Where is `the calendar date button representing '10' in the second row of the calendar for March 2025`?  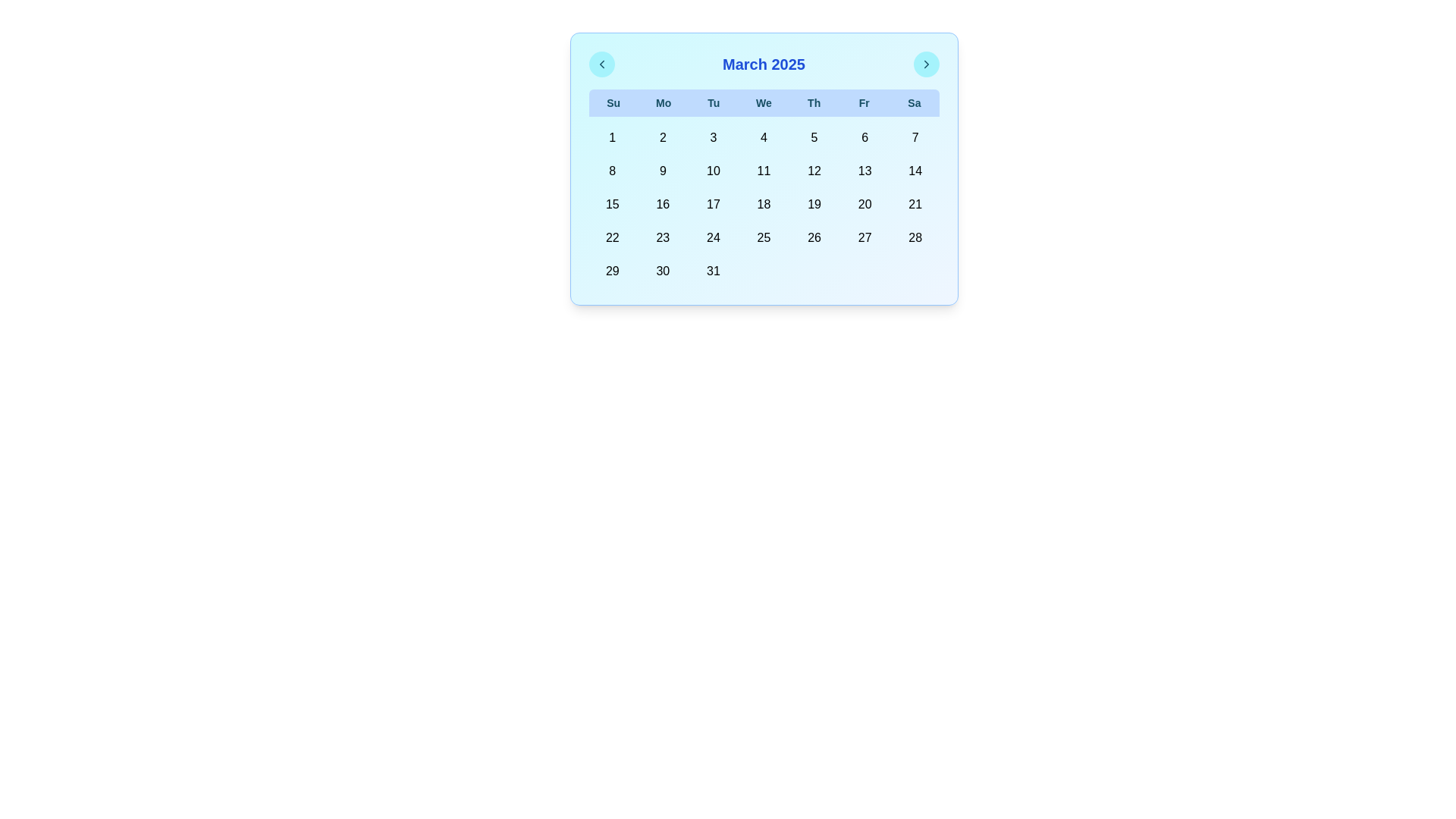 the calendar date button representing '10' in the second row of the calendar for March 2025 is located at coordinates (712, 171).